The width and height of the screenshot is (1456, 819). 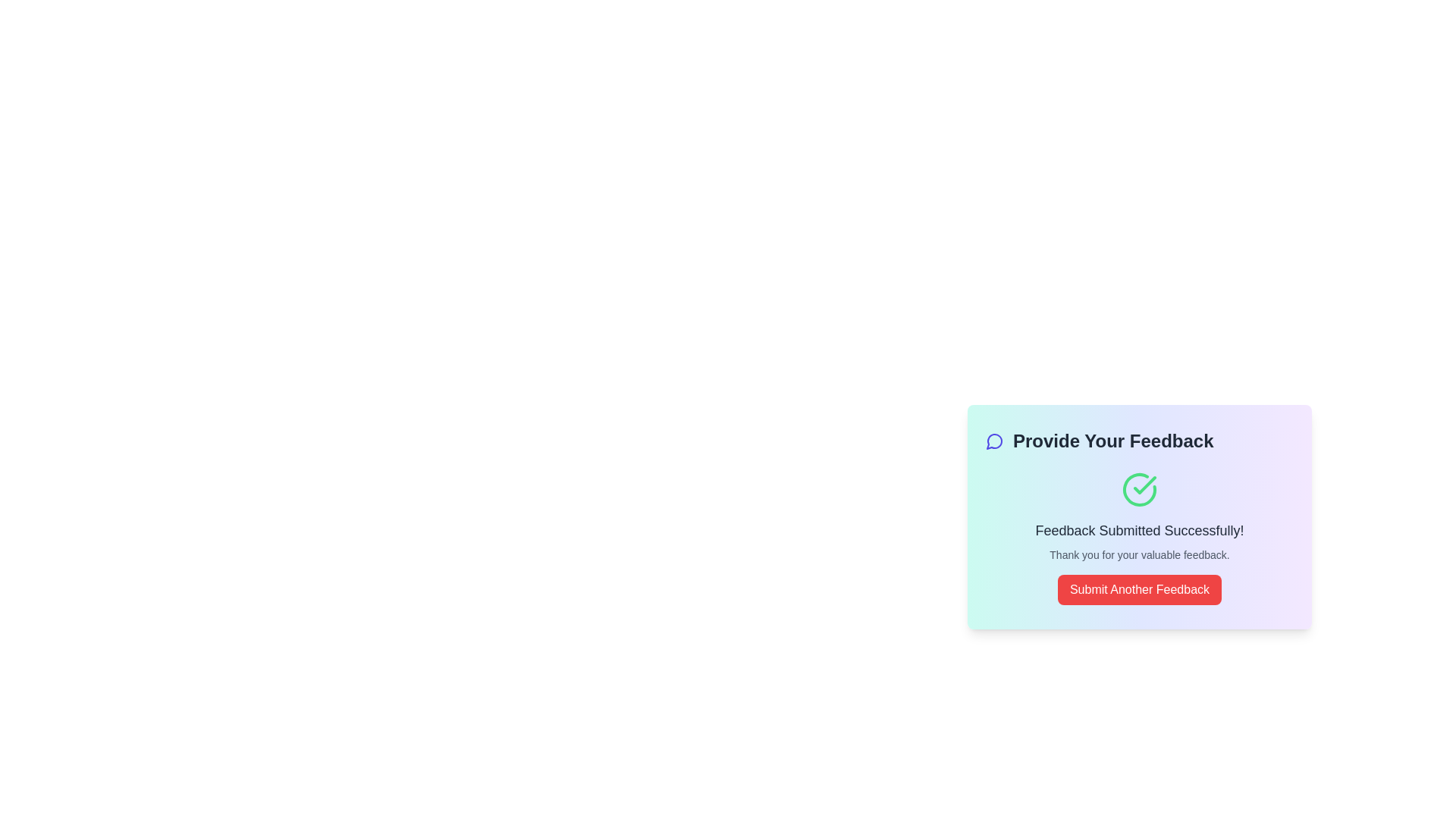 What do you see at coordinates (1139, 489) in the screenshot?
I see `the outer circular part of the success icon, which is located in the confirmation modal and has a green stroke indicating a positive action` at bounding box center [1139, 489].